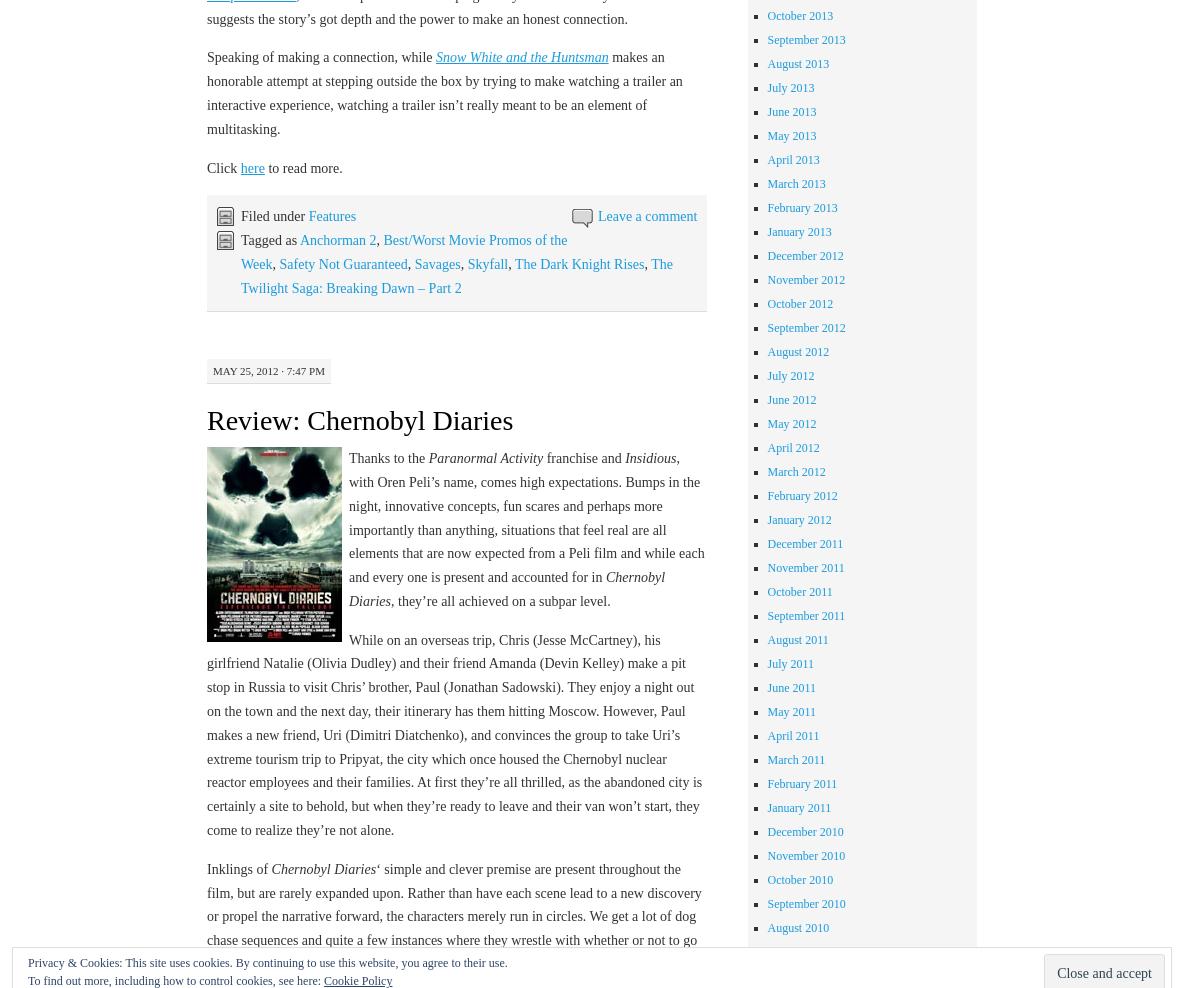  I want to click on 'March 2013', so click(765, 181).